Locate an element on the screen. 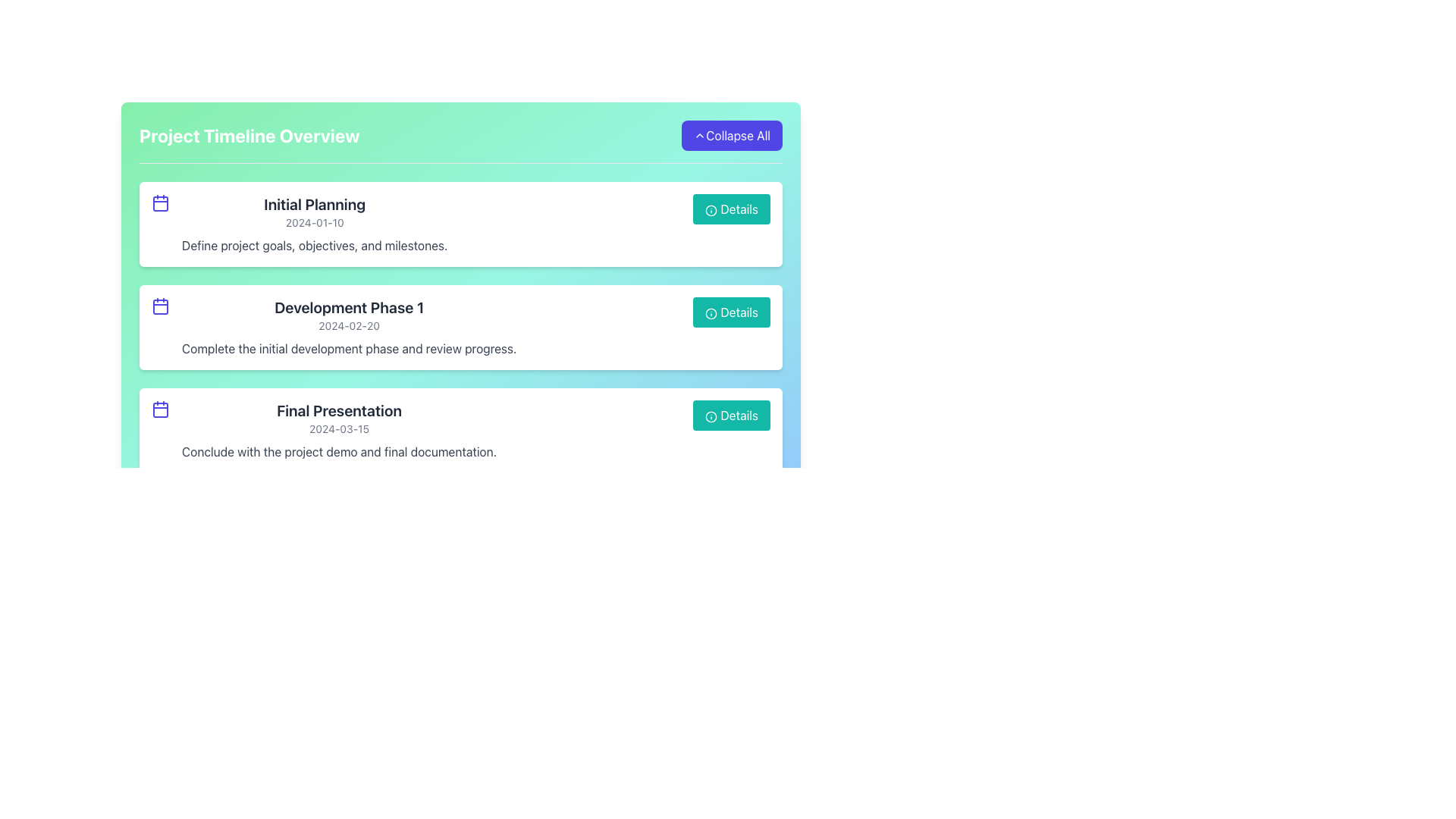  the Chevron icon located at the top-right corner of the 'Project Timeline Overview' section is located at coordinates (698, 134).